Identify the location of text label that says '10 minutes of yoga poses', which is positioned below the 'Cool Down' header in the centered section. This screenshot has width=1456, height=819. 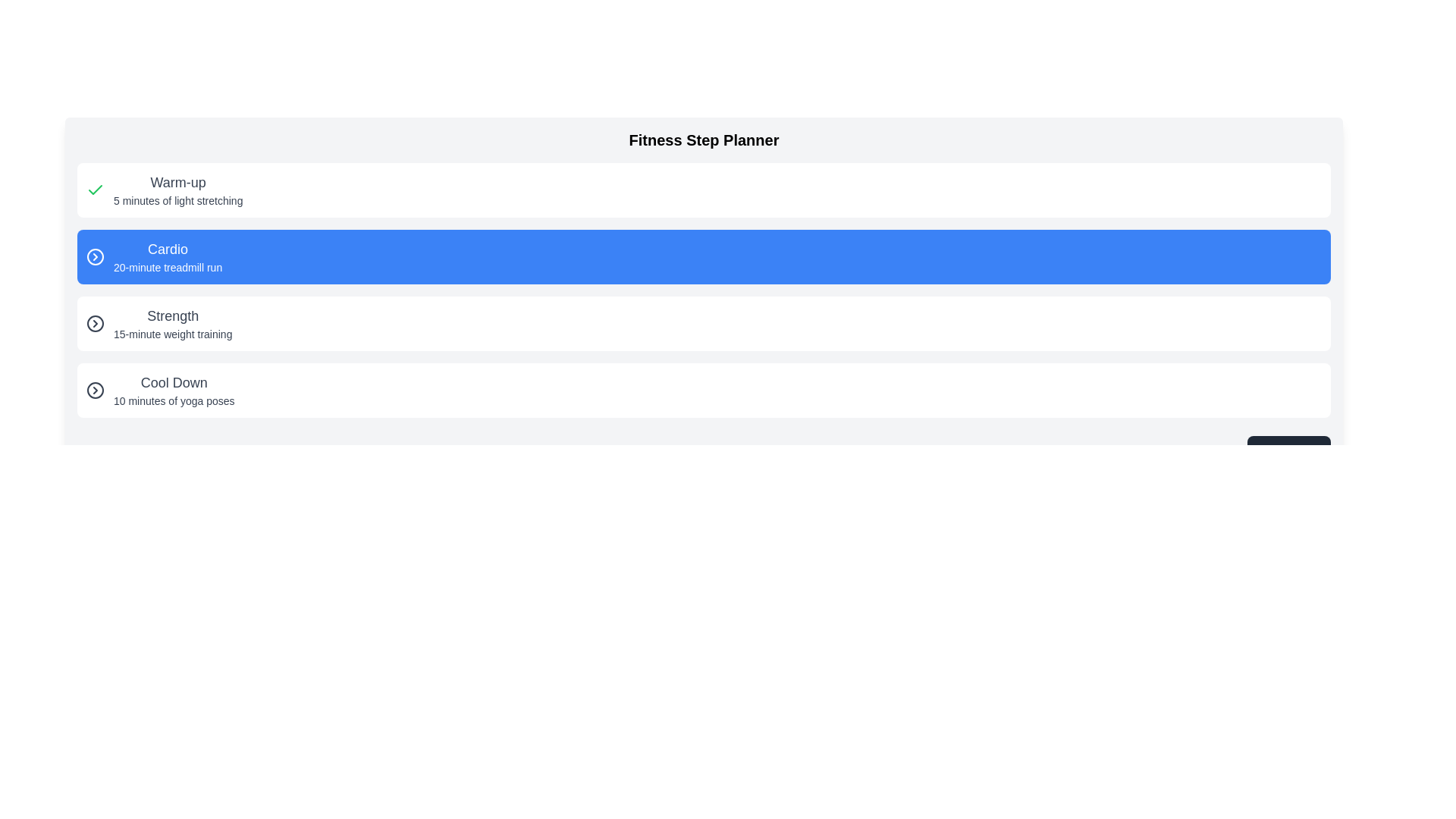
(174, 400).